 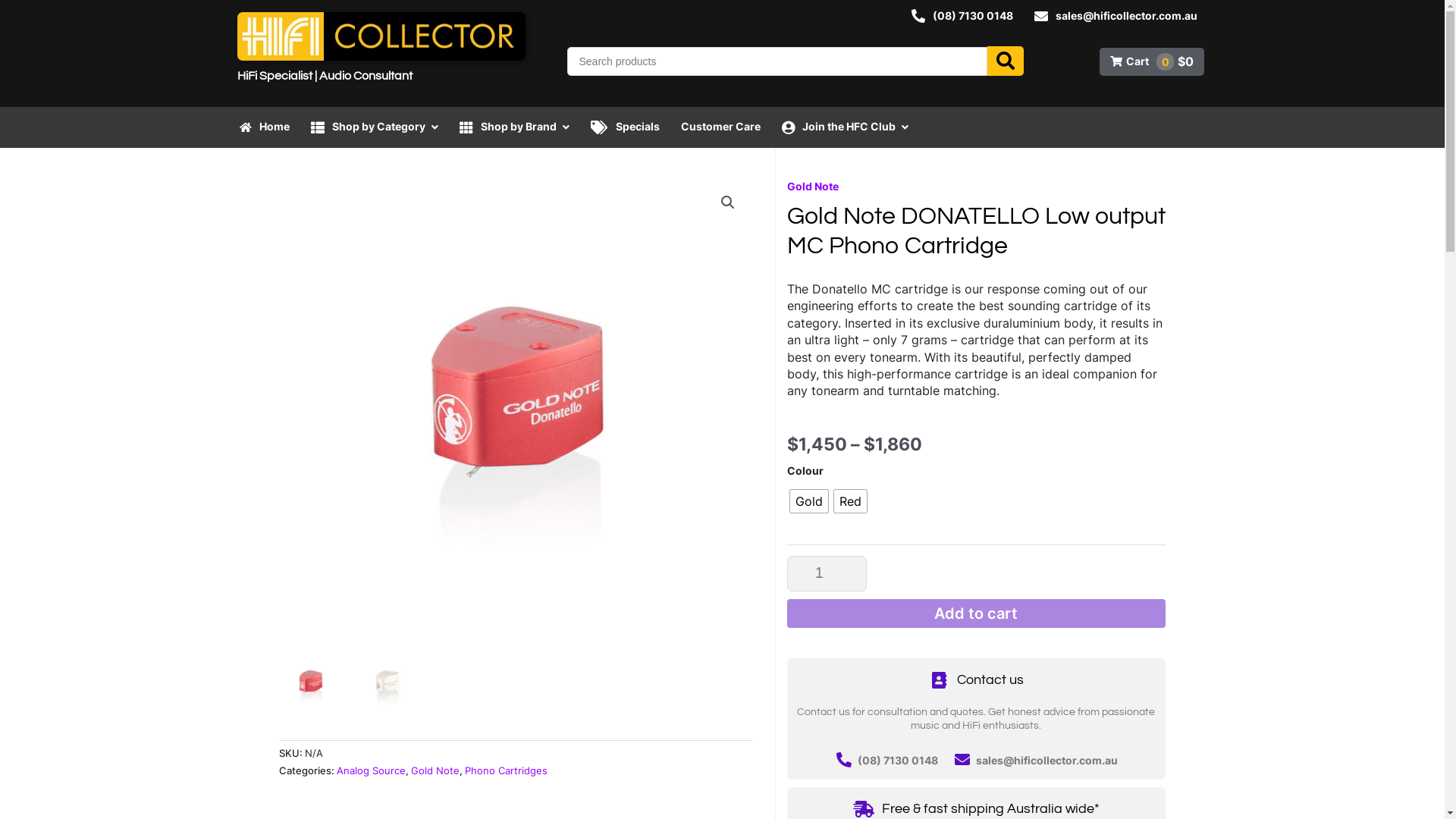 I want to click on 'Add to cart', so click(x=976, y=613).